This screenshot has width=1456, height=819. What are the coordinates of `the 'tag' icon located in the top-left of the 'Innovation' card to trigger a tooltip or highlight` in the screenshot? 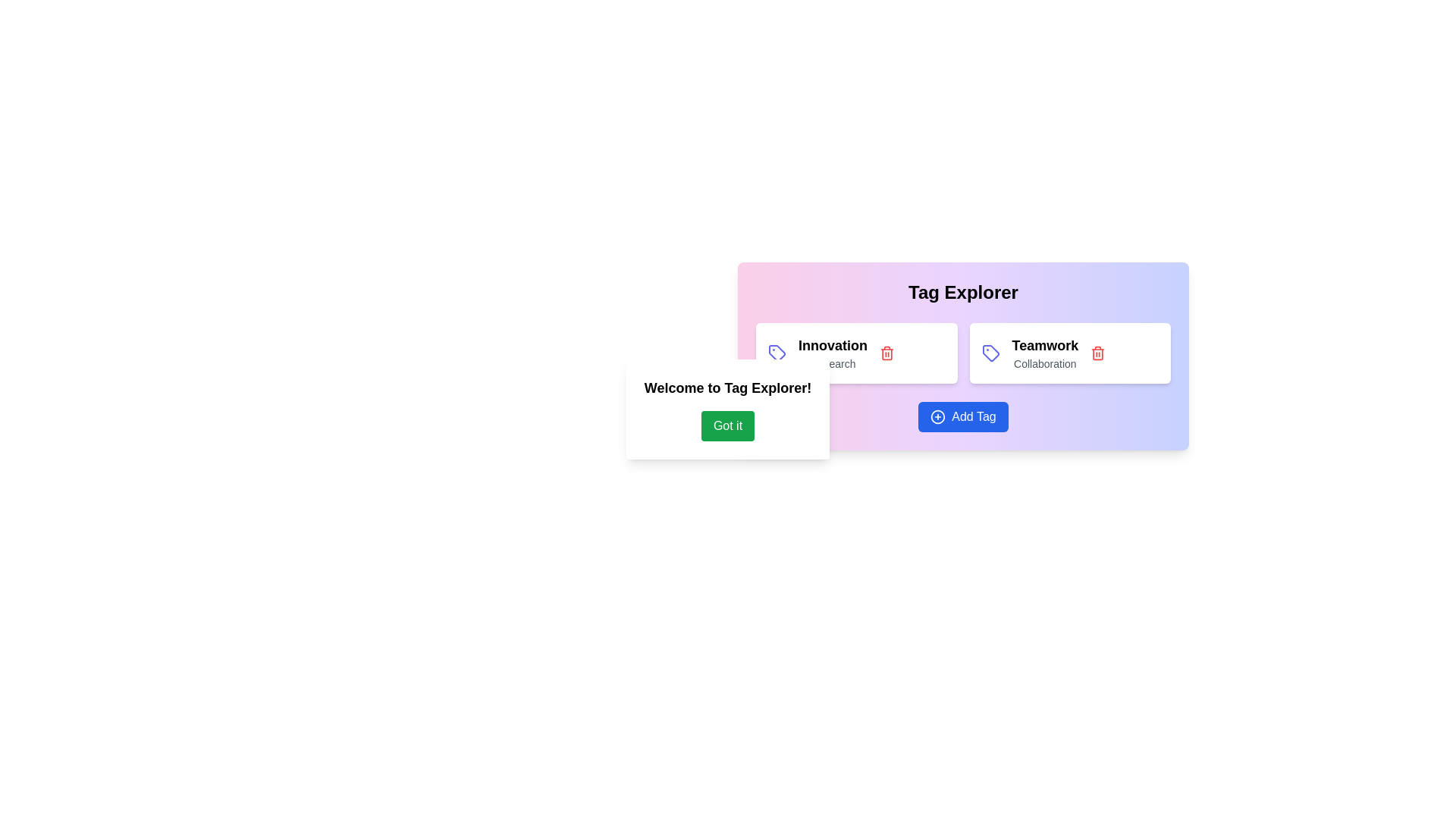 It's located at (777, 353).